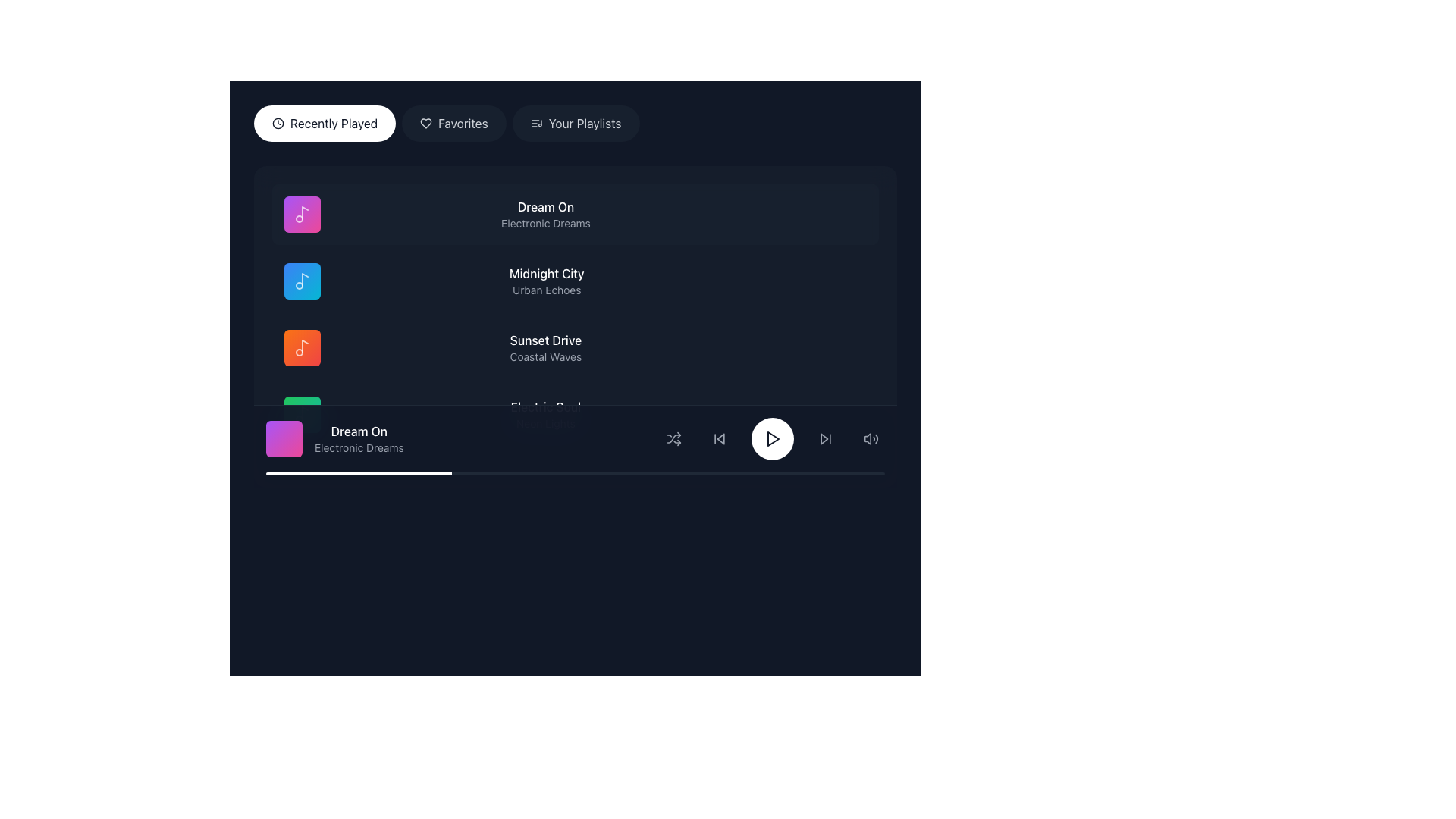 The height and width of the screenshot is (819, 1456). Describe the element at coordinates (673, 438) in the screenshot. I see `the circular button with a gray icon of two intersecting arrows located on the right side of the playback control bar` at that location.